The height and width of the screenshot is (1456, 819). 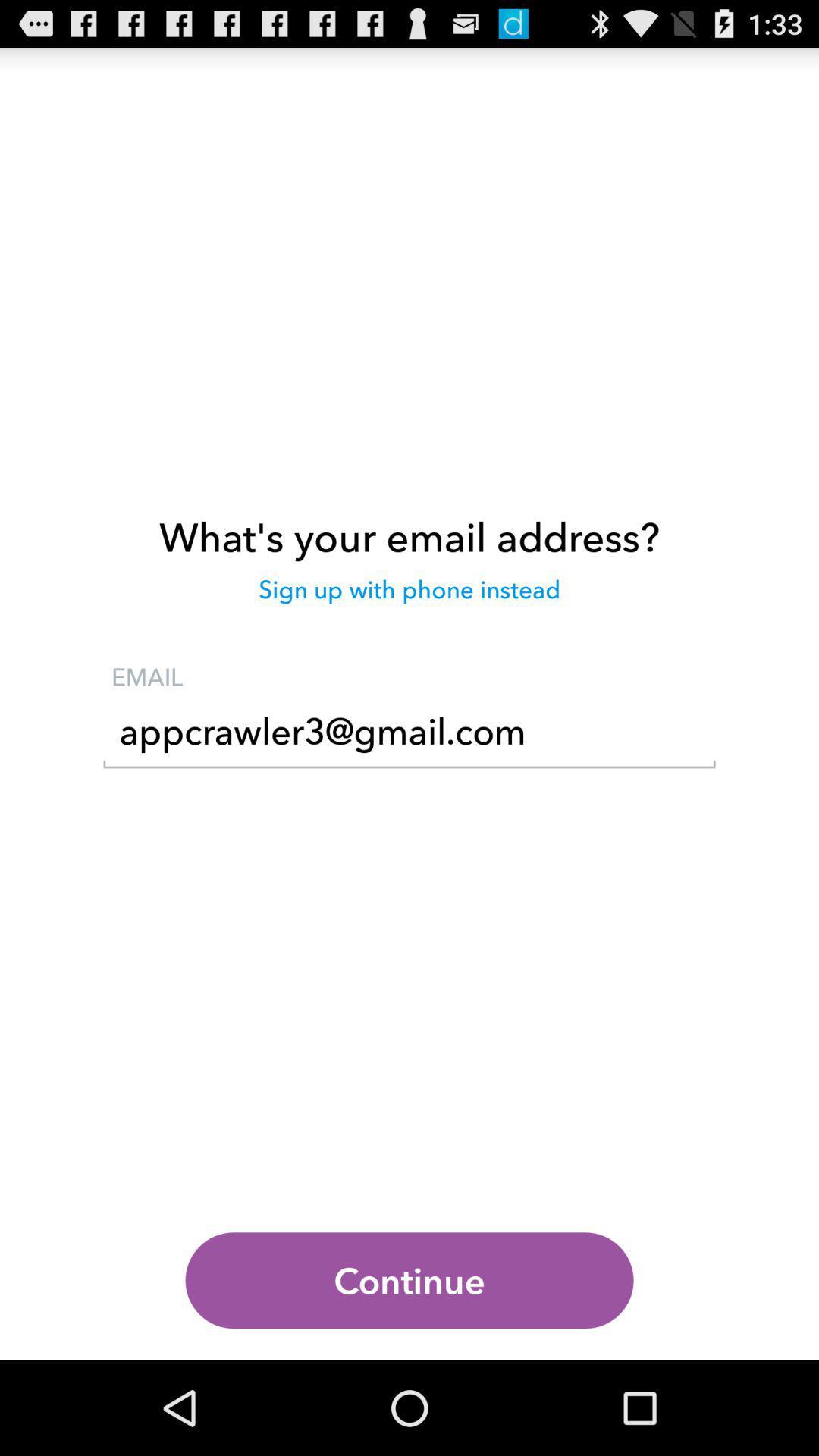 What do you see at coordinates (409, 736) in the screenshot?
I see `the icon below the email item` at bounding box center [409, 736].